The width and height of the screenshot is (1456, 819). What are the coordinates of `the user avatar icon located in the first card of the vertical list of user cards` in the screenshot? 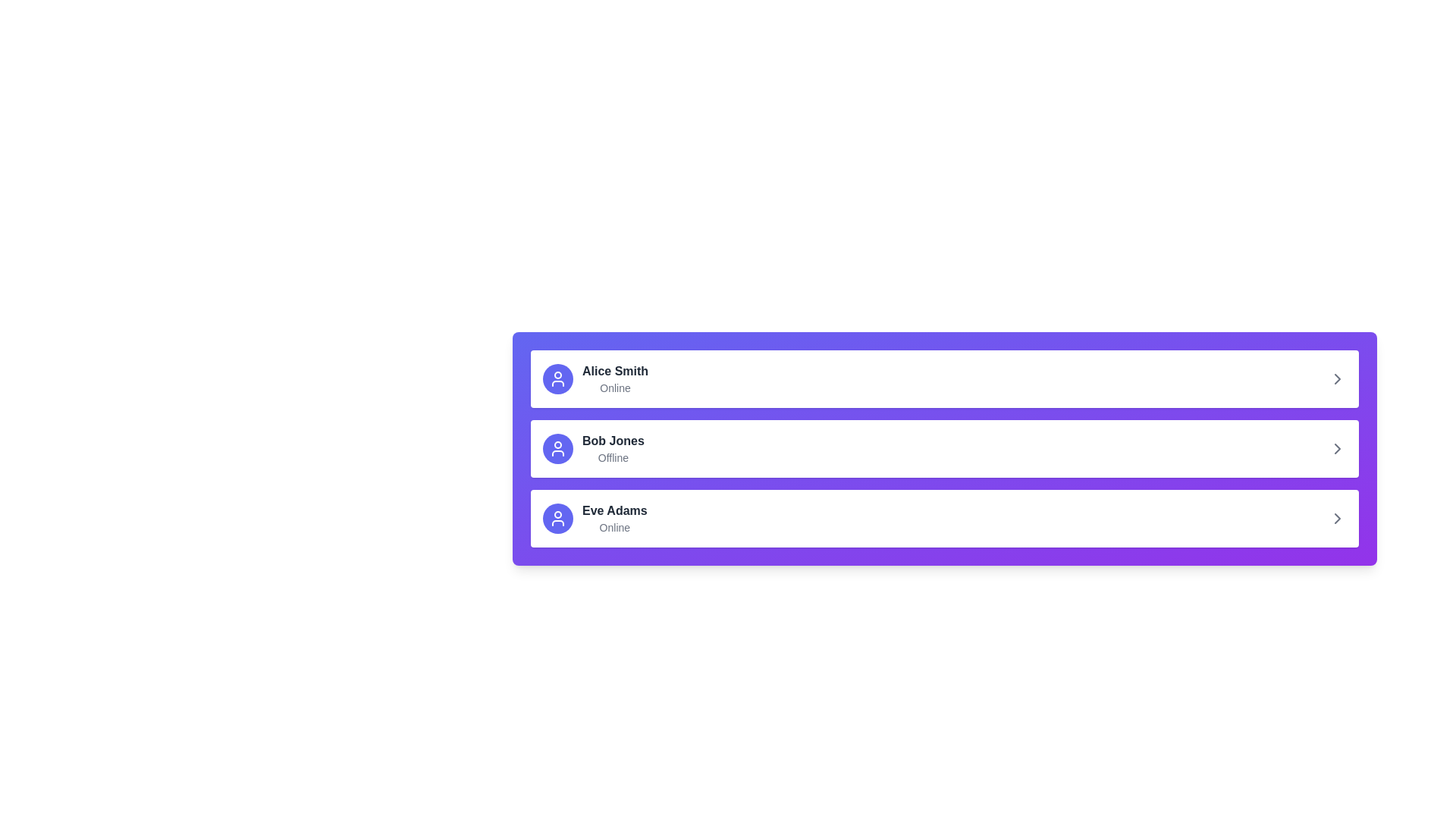 It's located at (557, 378).